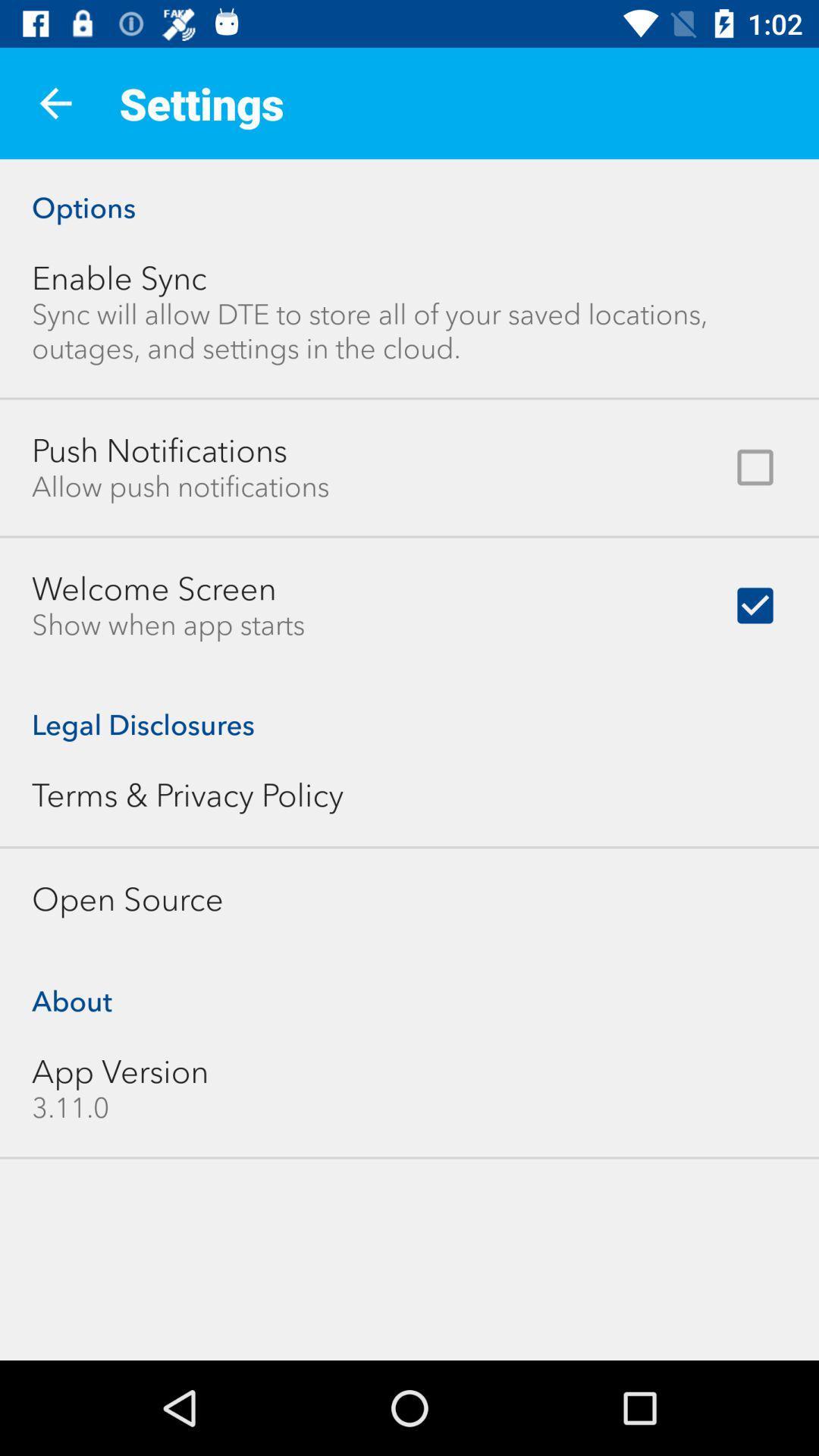  I want to click on the enable sync icon, so click(118, 278).